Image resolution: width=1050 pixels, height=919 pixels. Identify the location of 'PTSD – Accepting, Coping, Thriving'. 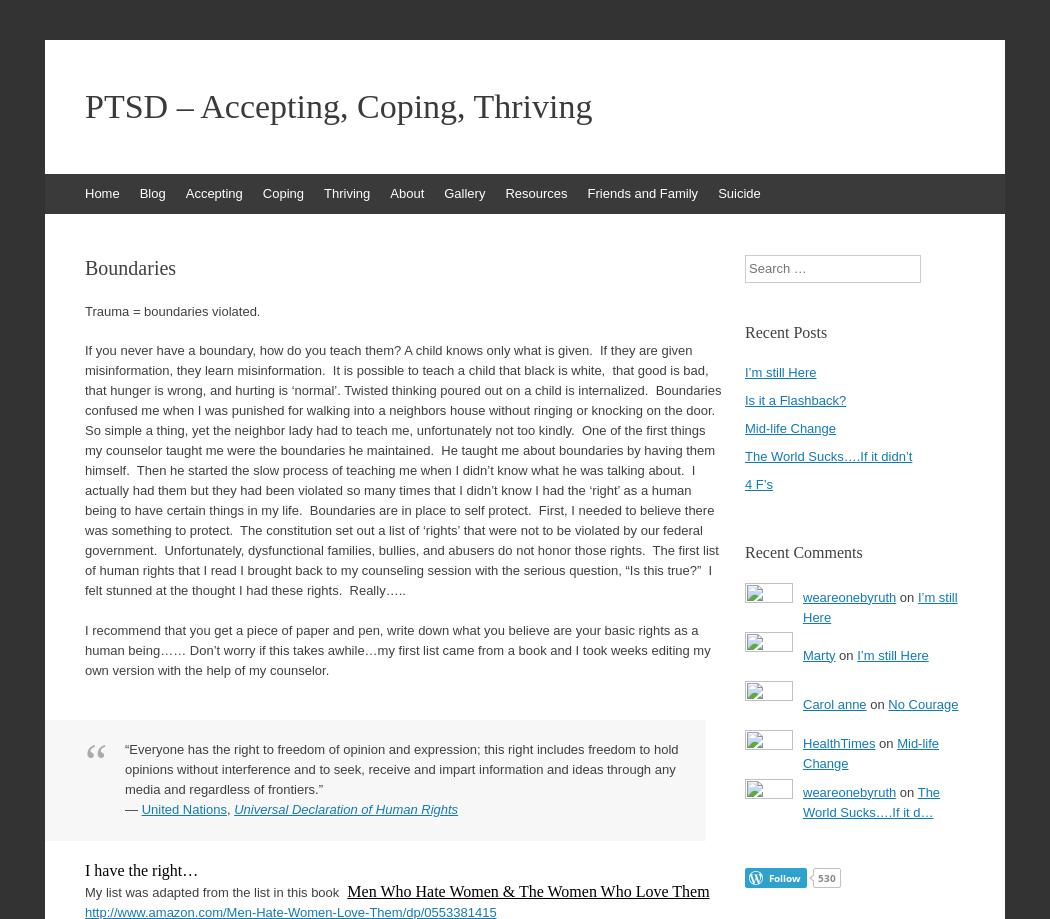
(85, 105).